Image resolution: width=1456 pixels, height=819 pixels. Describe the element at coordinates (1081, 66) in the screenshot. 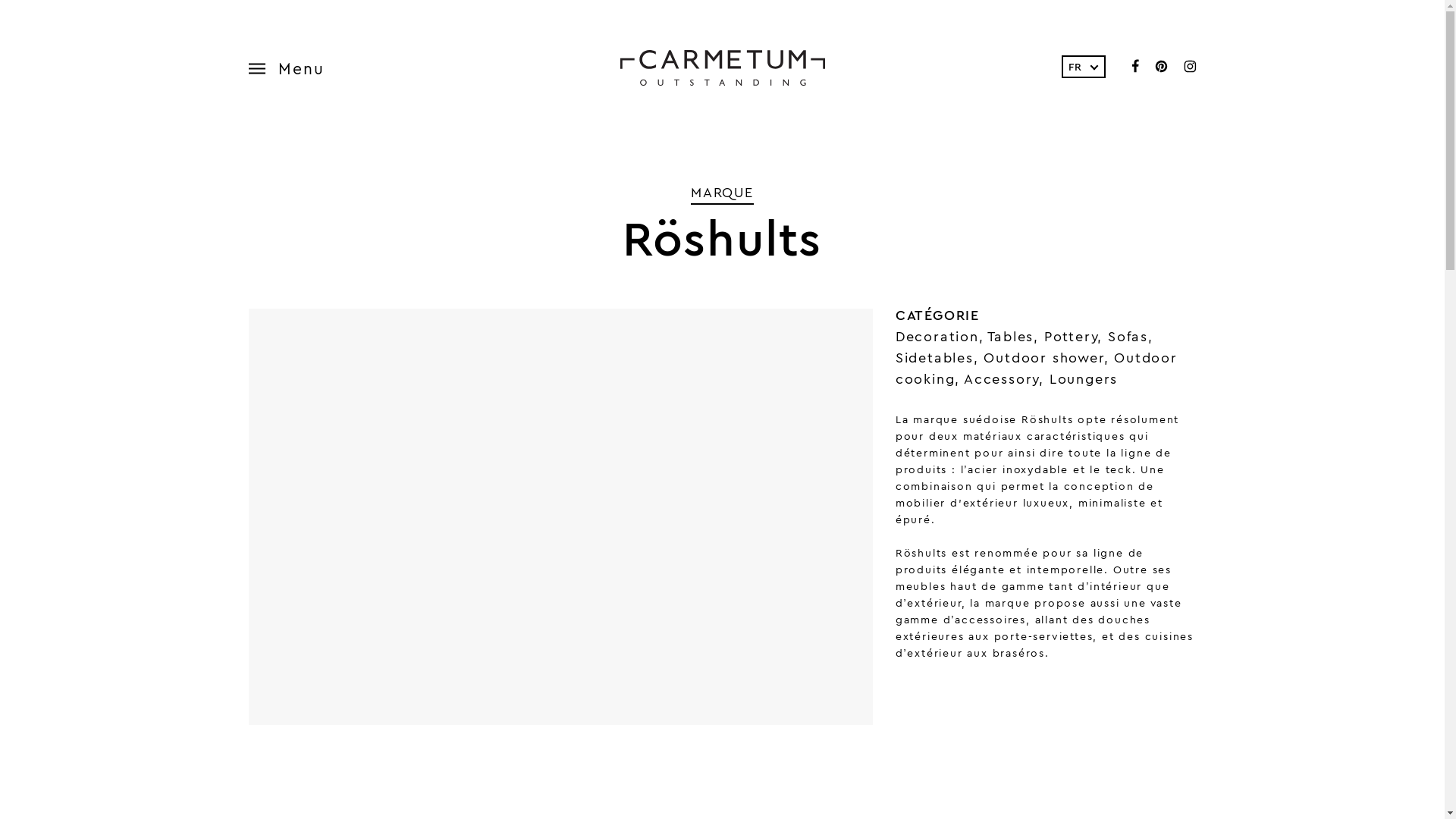

I see `'FR'` at that location.